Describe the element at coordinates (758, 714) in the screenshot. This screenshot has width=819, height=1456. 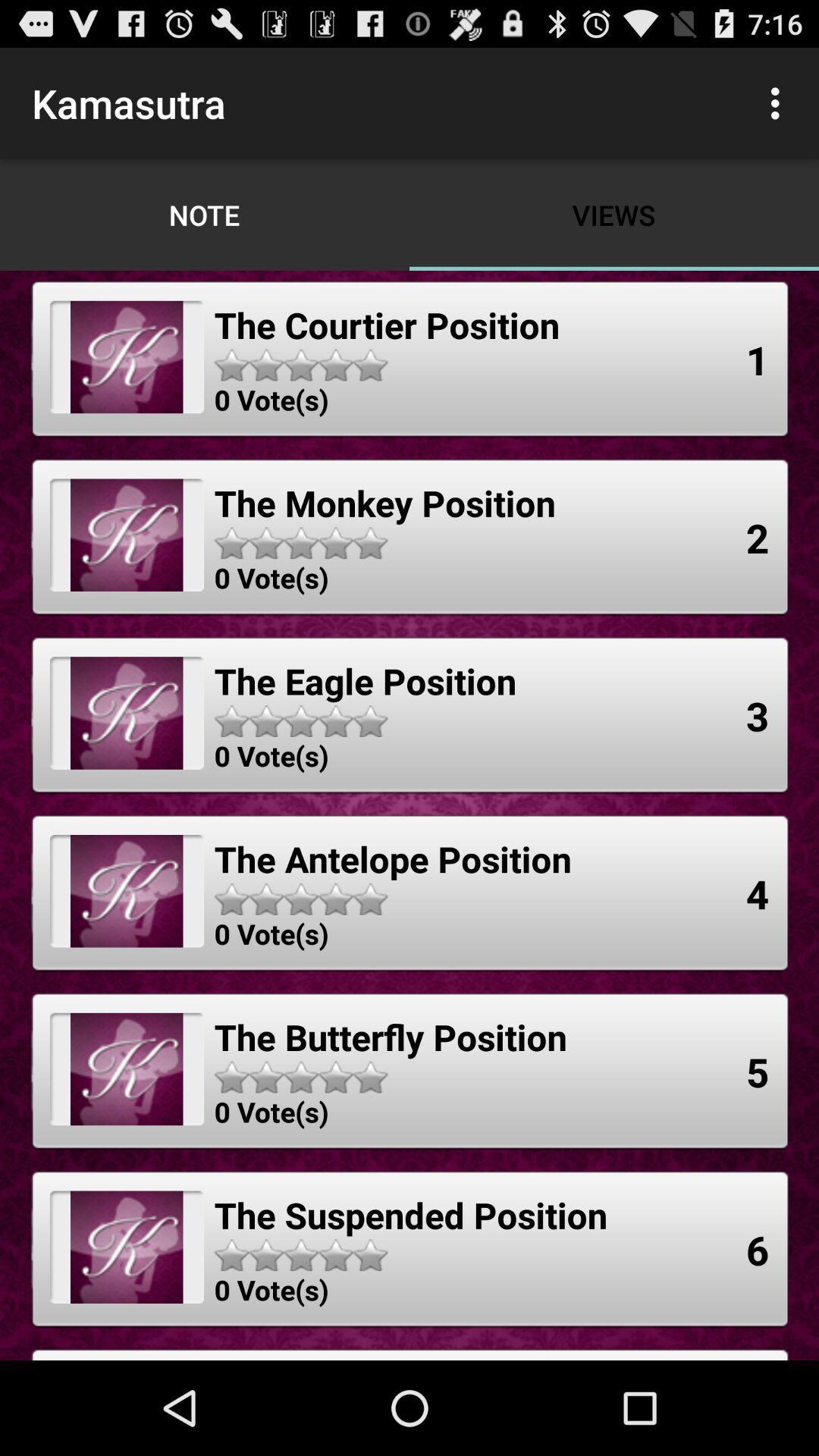
I see `the 3 item` at that location.